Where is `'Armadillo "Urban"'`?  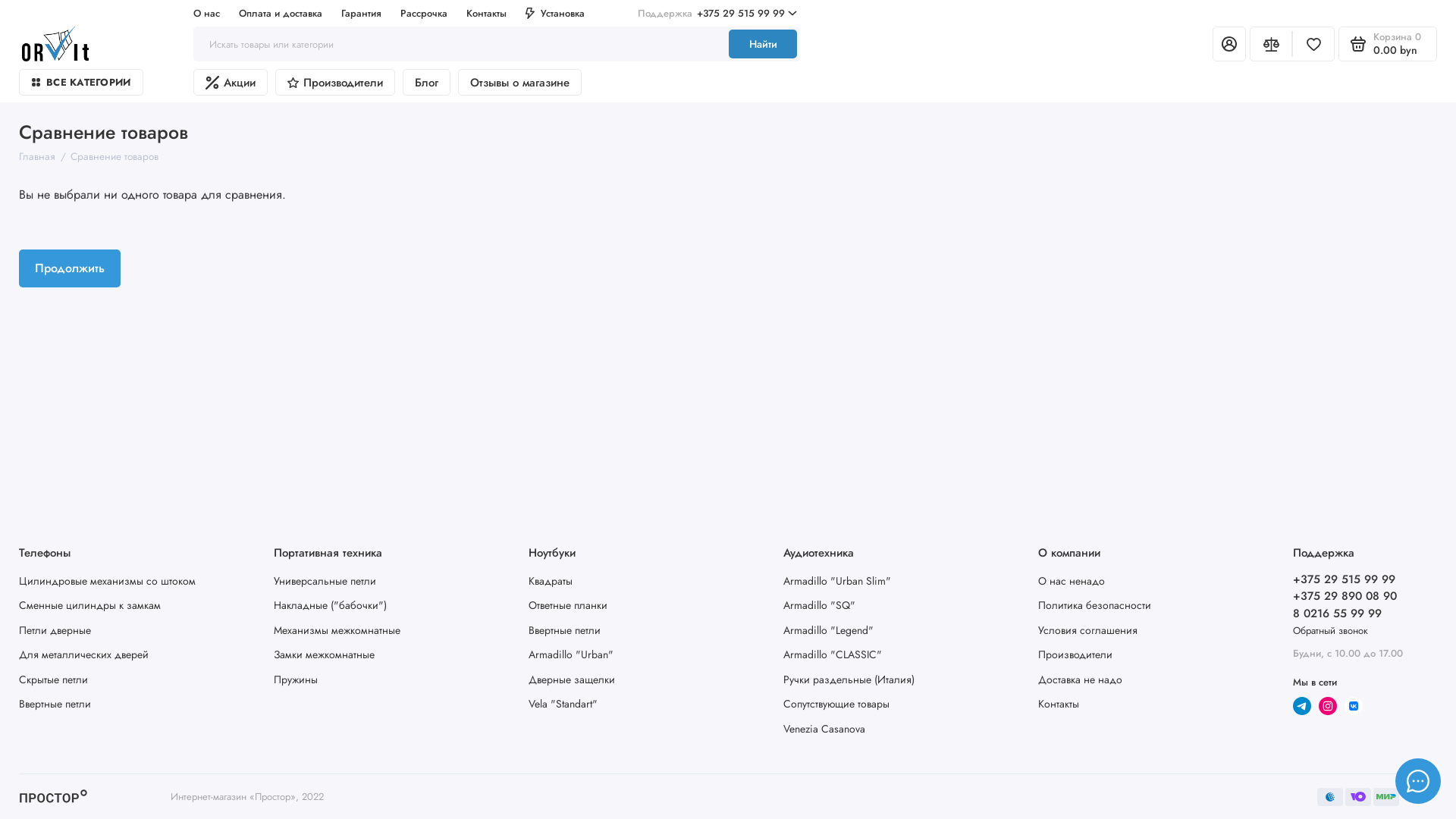
'Armadillo "Urban"' is located at coordinates (570, 654).